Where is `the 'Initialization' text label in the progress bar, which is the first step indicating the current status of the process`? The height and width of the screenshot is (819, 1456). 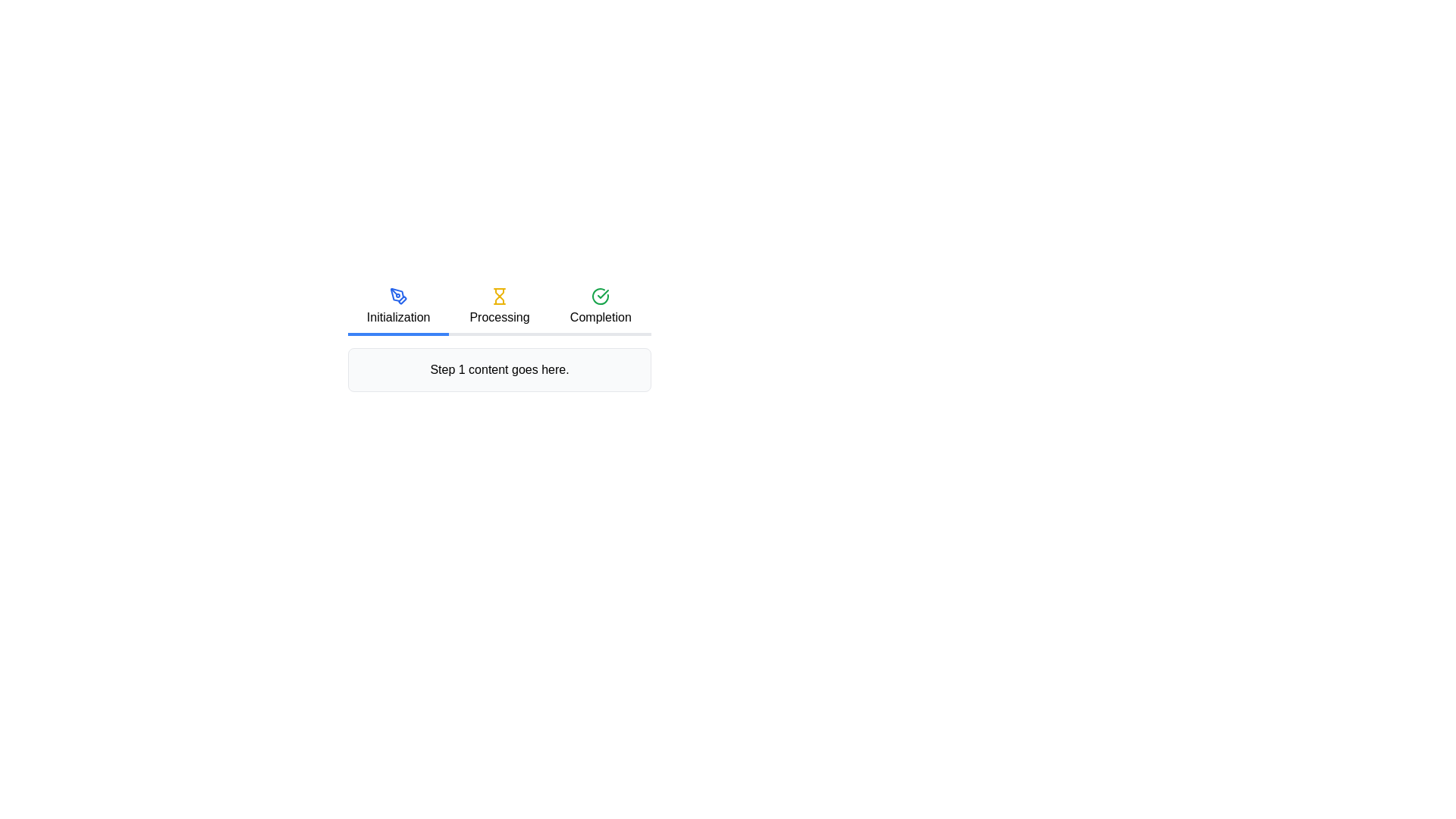 the 'Initialization' text label in the progress bar, which is the first step indicating the current status of the process is located at coordinates (398, 317).